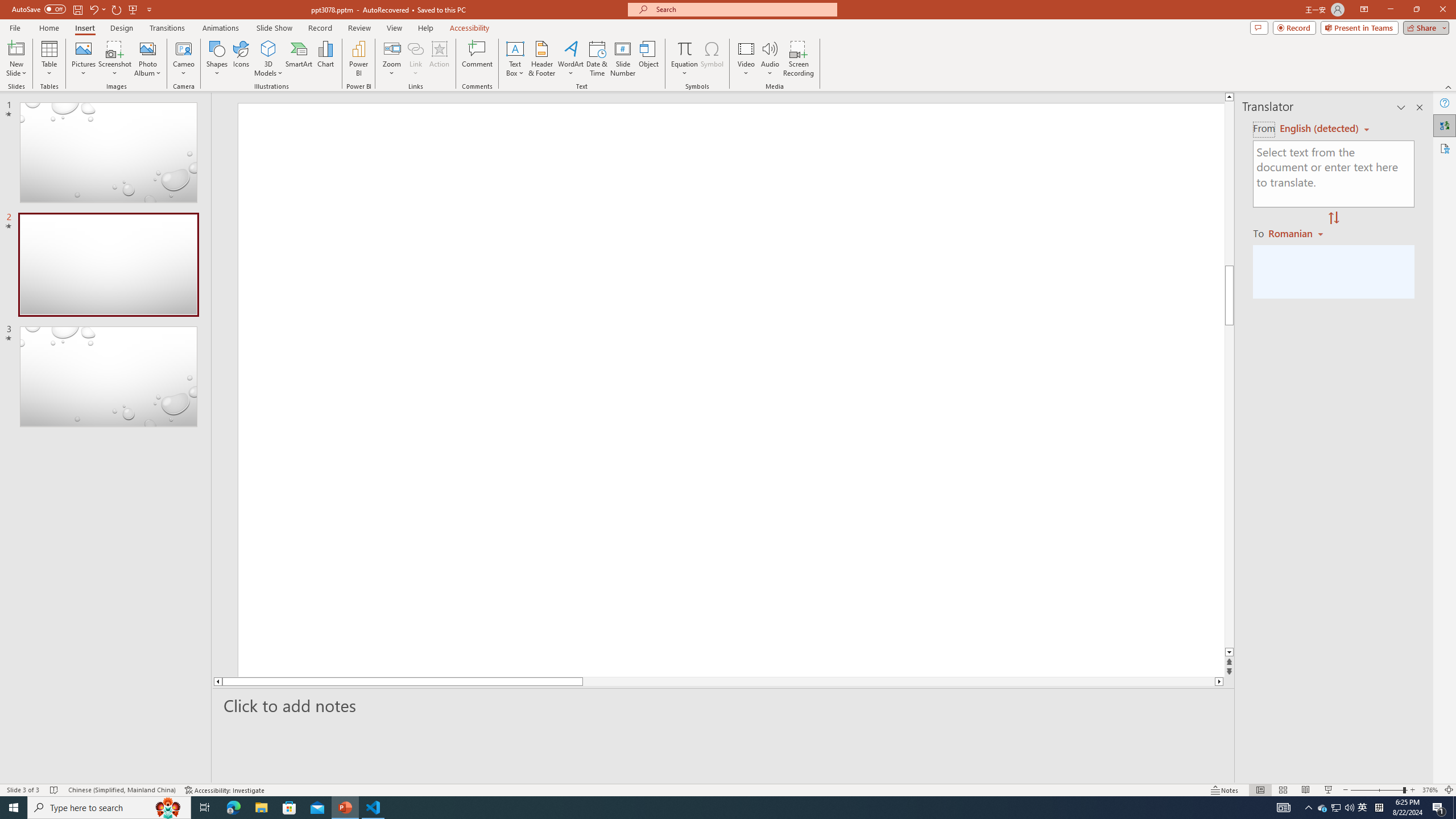 This screenshot has height=819, width=1456. Describe the element at coordinates (415, 59) in the screenshot. I see `'Link'` at that location.